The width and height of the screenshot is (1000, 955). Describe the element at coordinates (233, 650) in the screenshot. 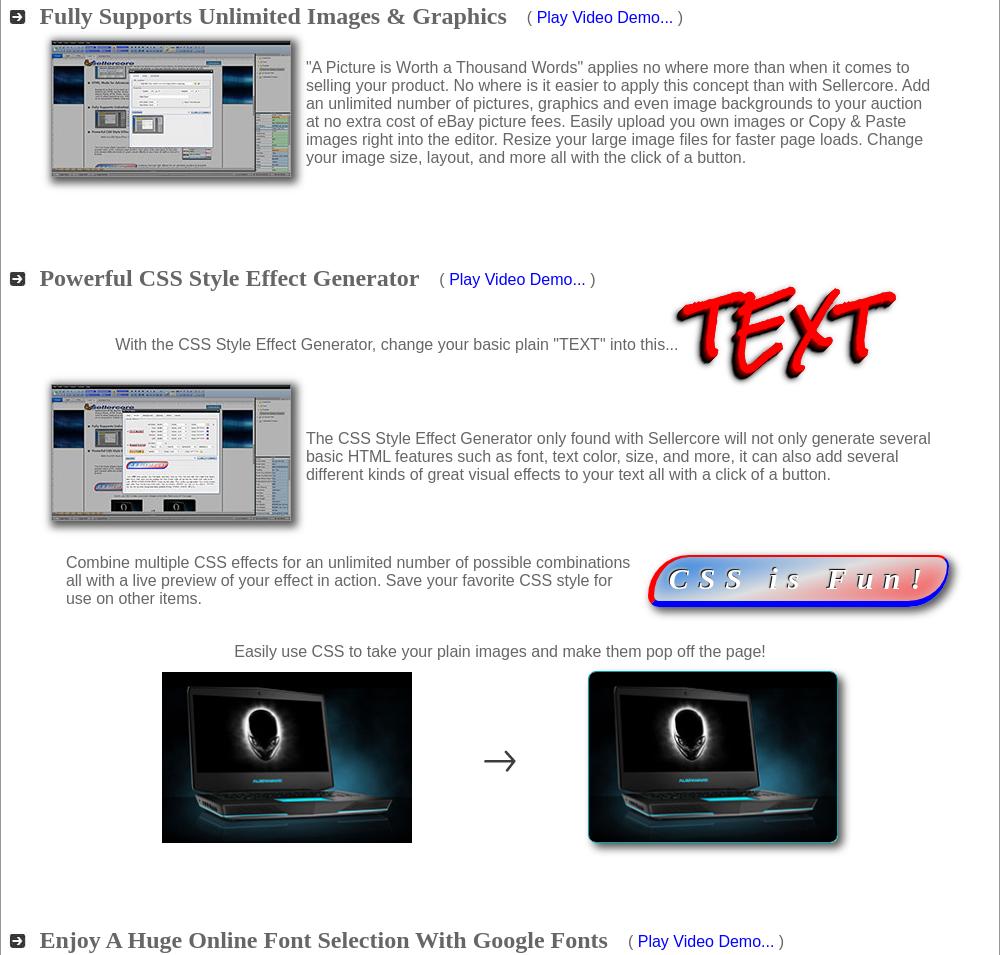

I see `'Easily use CSS to take your plain images and make them pop off the page!'` at that location.